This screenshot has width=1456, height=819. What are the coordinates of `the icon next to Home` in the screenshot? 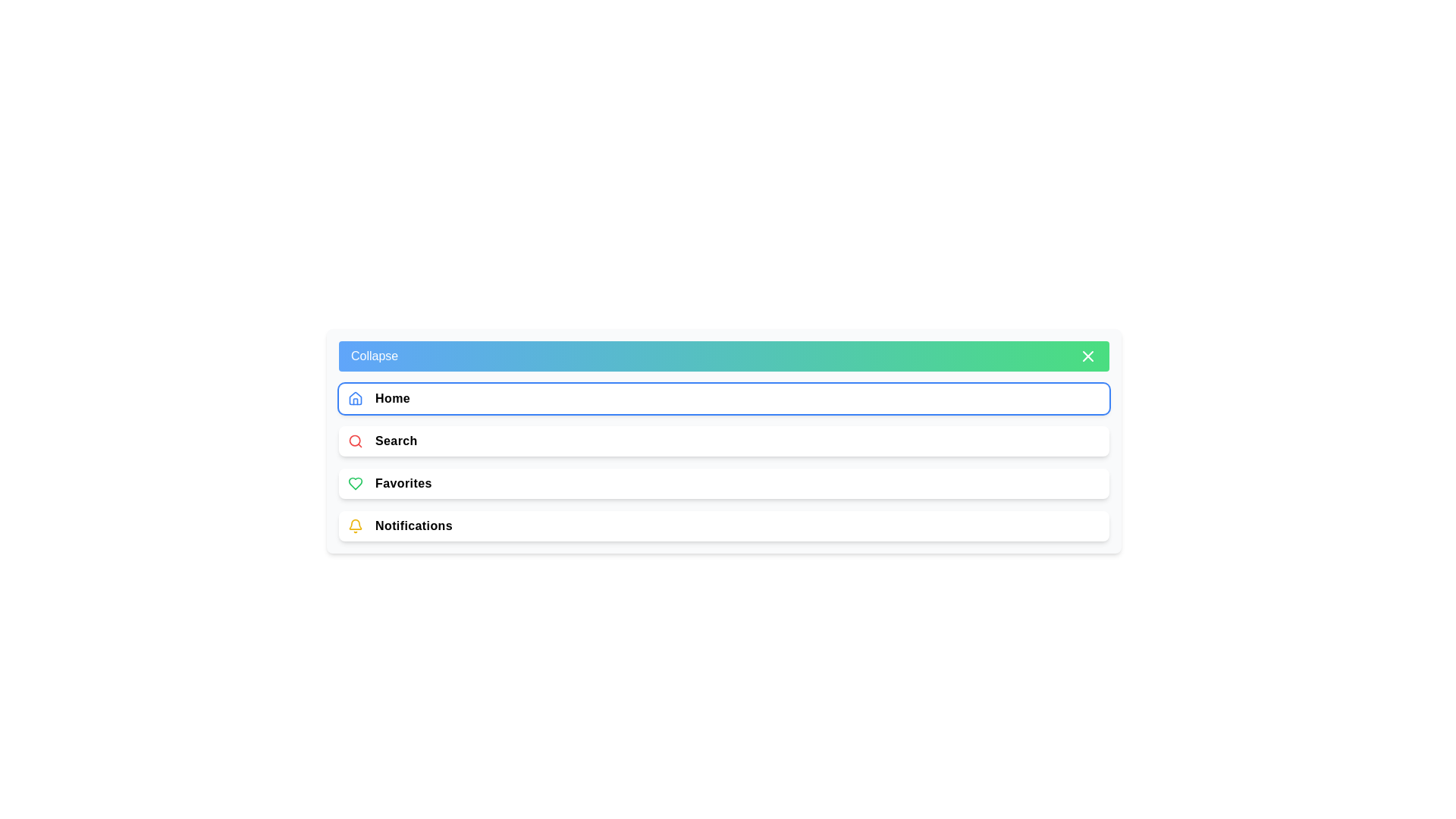 It's located at (355, 397).